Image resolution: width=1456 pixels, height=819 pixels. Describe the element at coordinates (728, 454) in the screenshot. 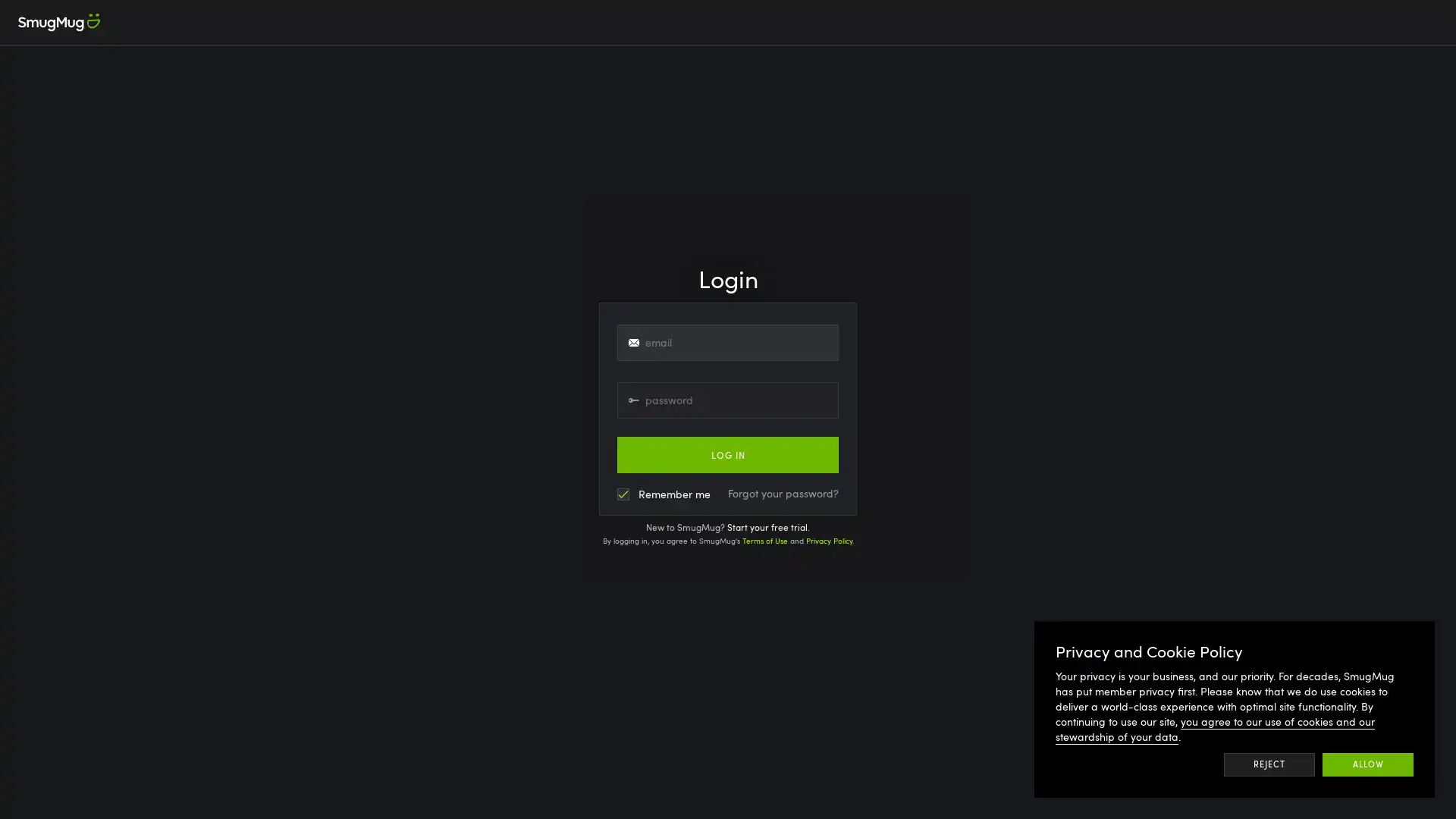

I see `LOG IN` at that location.